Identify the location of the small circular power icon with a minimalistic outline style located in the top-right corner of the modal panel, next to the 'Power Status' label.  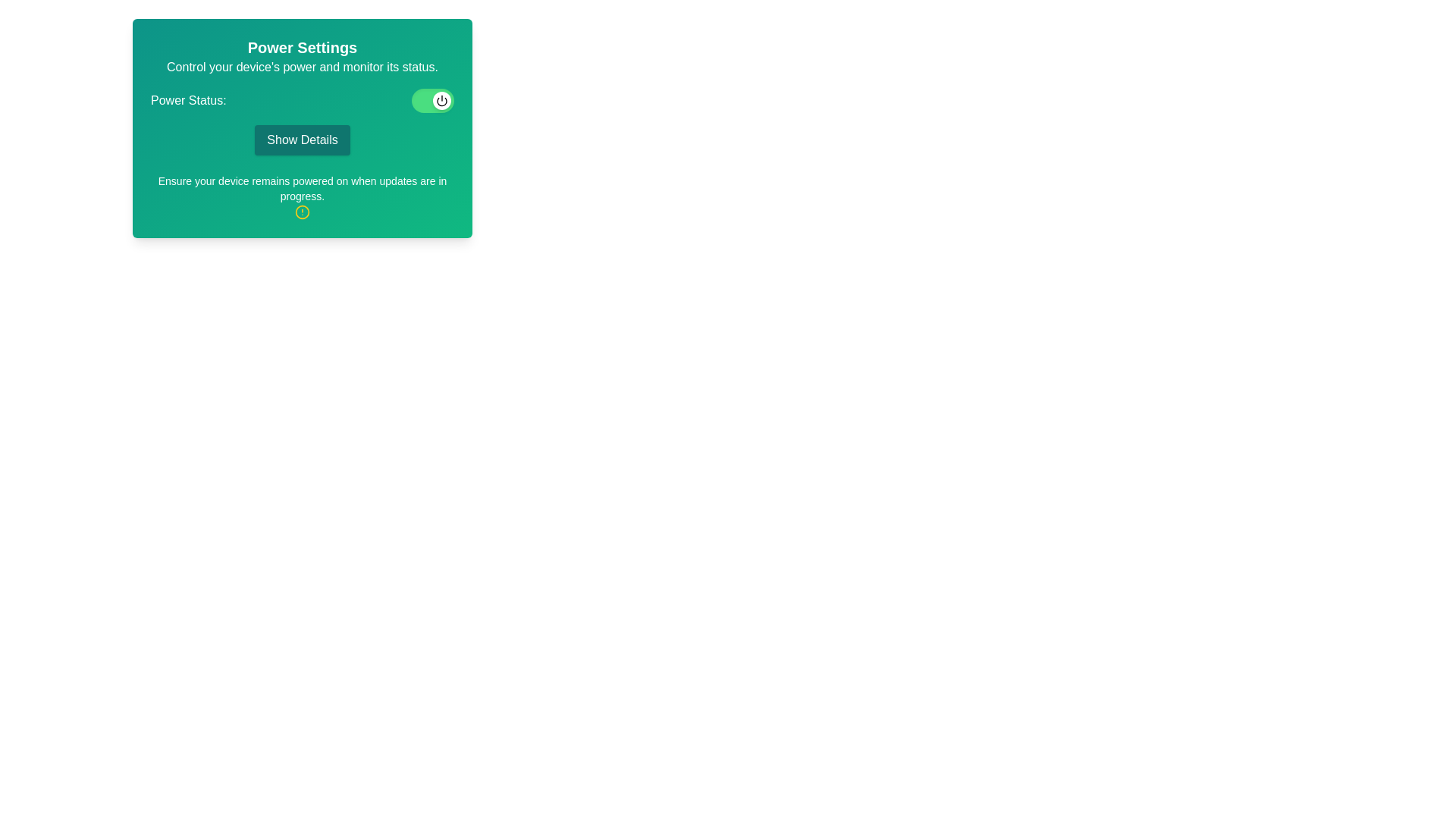
(441, 100).